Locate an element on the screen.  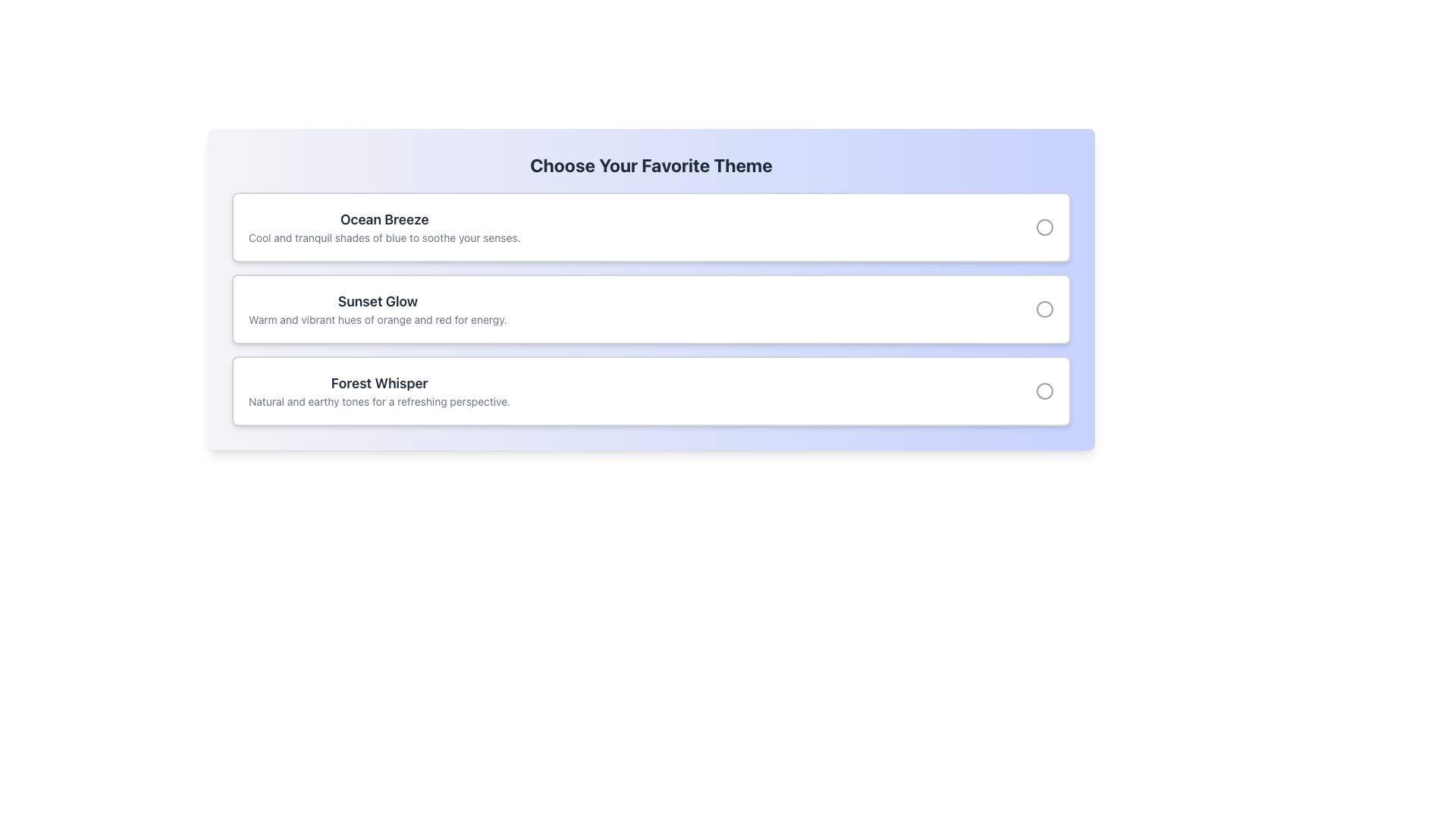
small SVG circle indicator located to the right of the 'Forest Whisper' text, which is aligned with the third option under 'Choose Your Favorite Theme' is located at coordinates (1043, 391).